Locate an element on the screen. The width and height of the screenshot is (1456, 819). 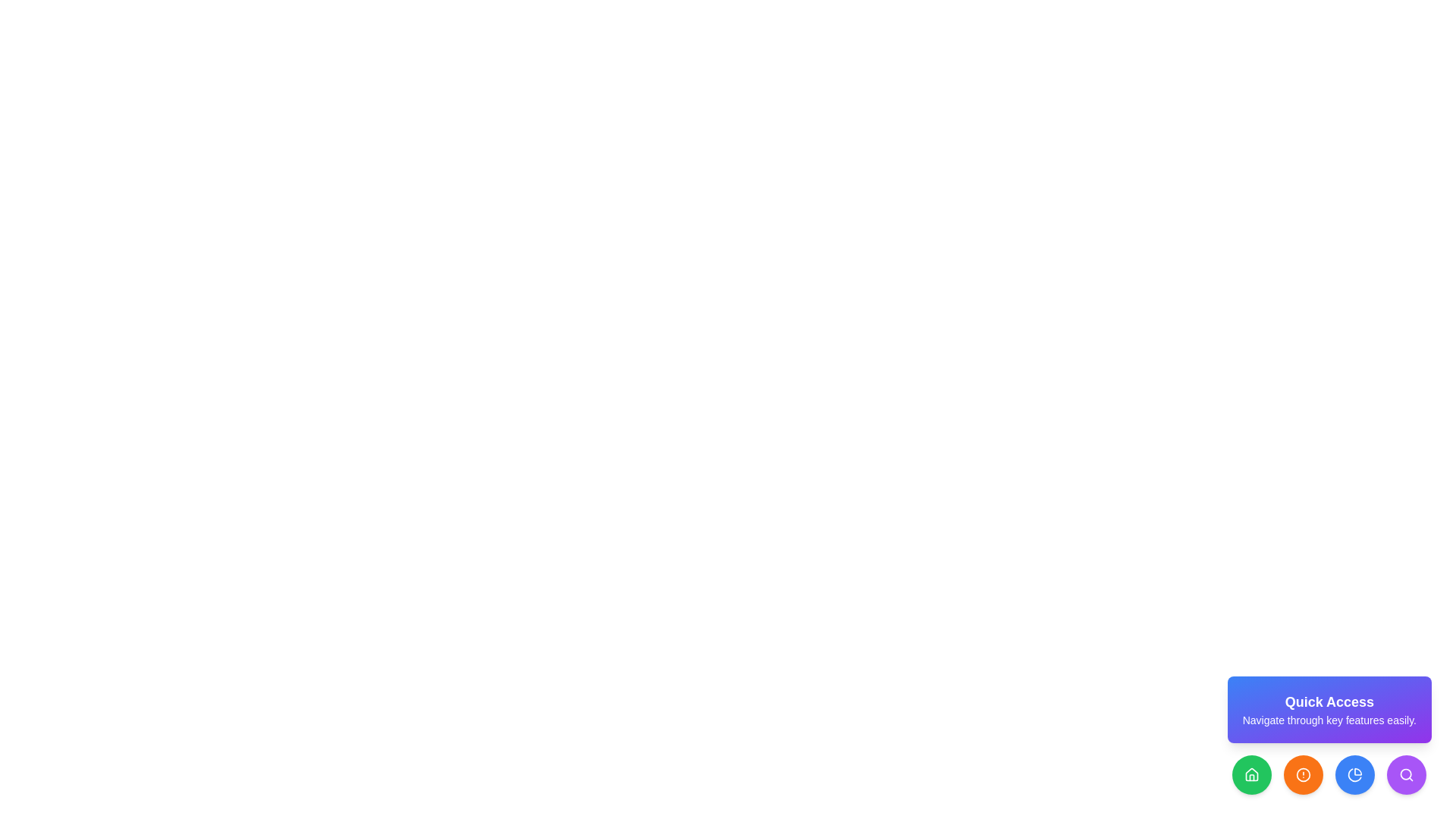
the circular purple button with a white search icon located at the bottom right of the interface is located at coordinates (1406, 775).